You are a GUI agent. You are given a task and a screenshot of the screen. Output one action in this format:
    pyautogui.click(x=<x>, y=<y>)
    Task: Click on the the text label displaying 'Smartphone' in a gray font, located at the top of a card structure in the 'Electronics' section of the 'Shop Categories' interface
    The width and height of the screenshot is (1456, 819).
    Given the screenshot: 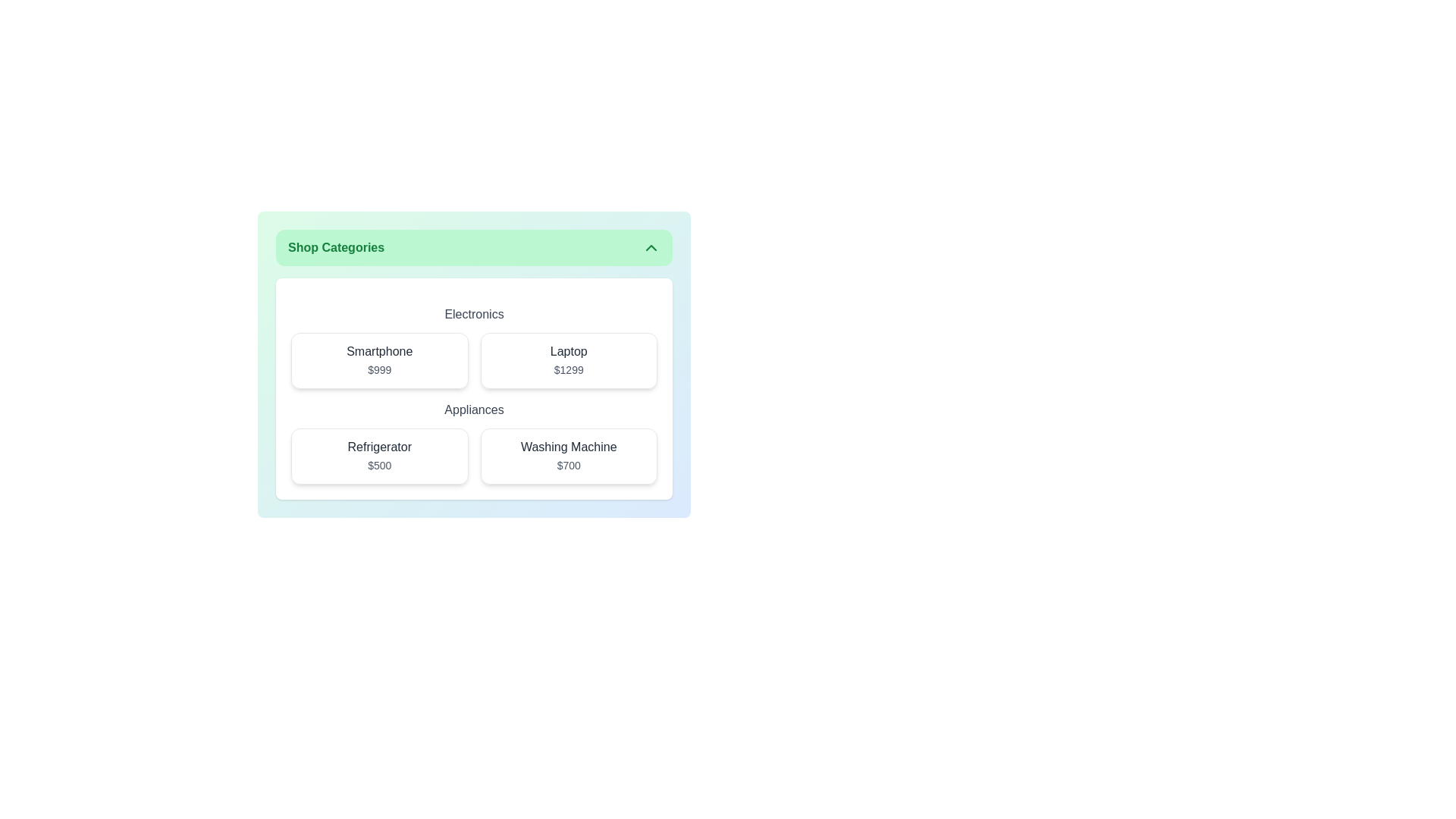 What is the action you would take?
    pyautogui.click(x=379, y=351)
    